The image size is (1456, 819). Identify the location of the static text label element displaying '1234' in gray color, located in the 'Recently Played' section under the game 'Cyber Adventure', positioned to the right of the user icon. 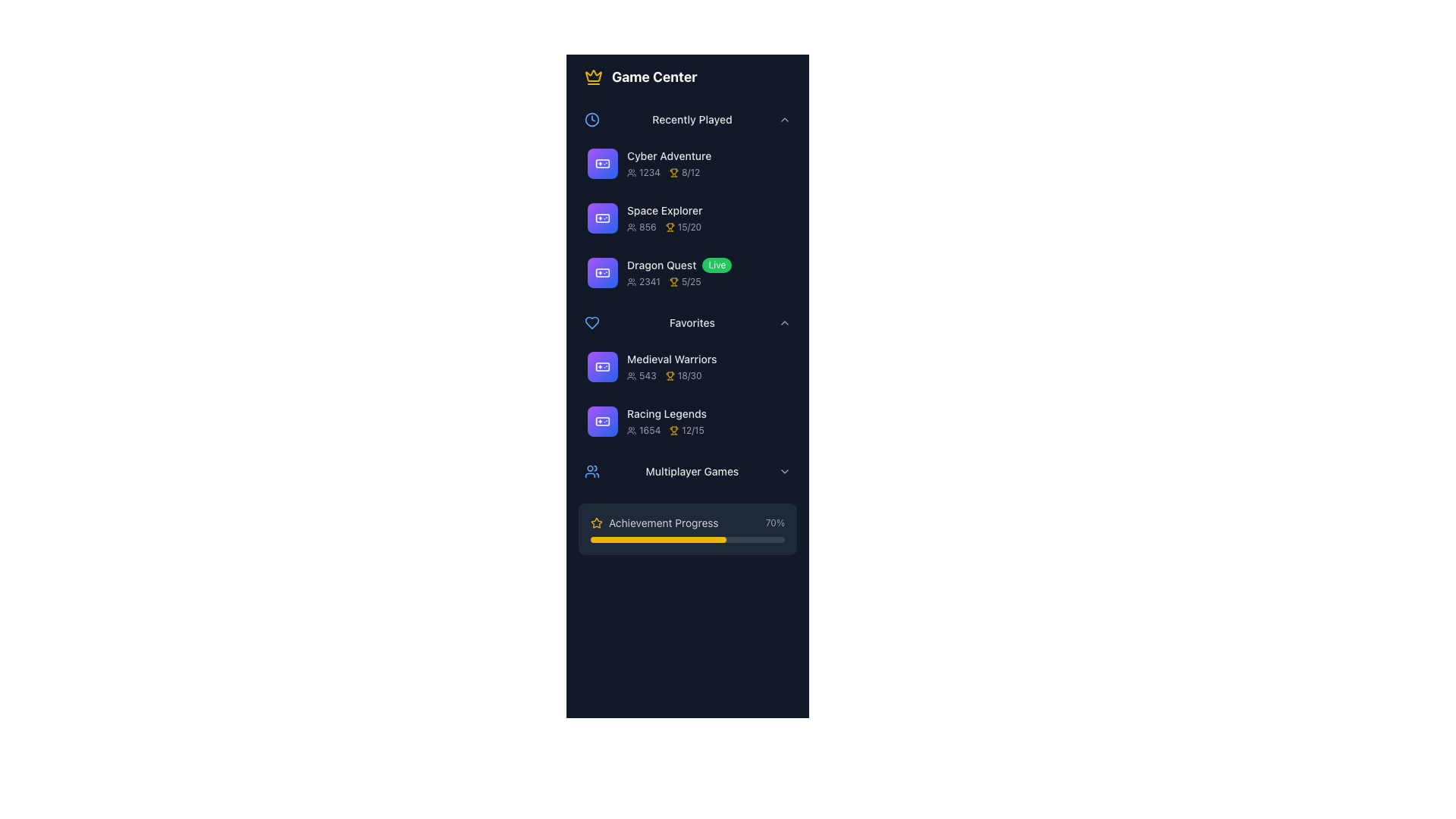
(650, 171).